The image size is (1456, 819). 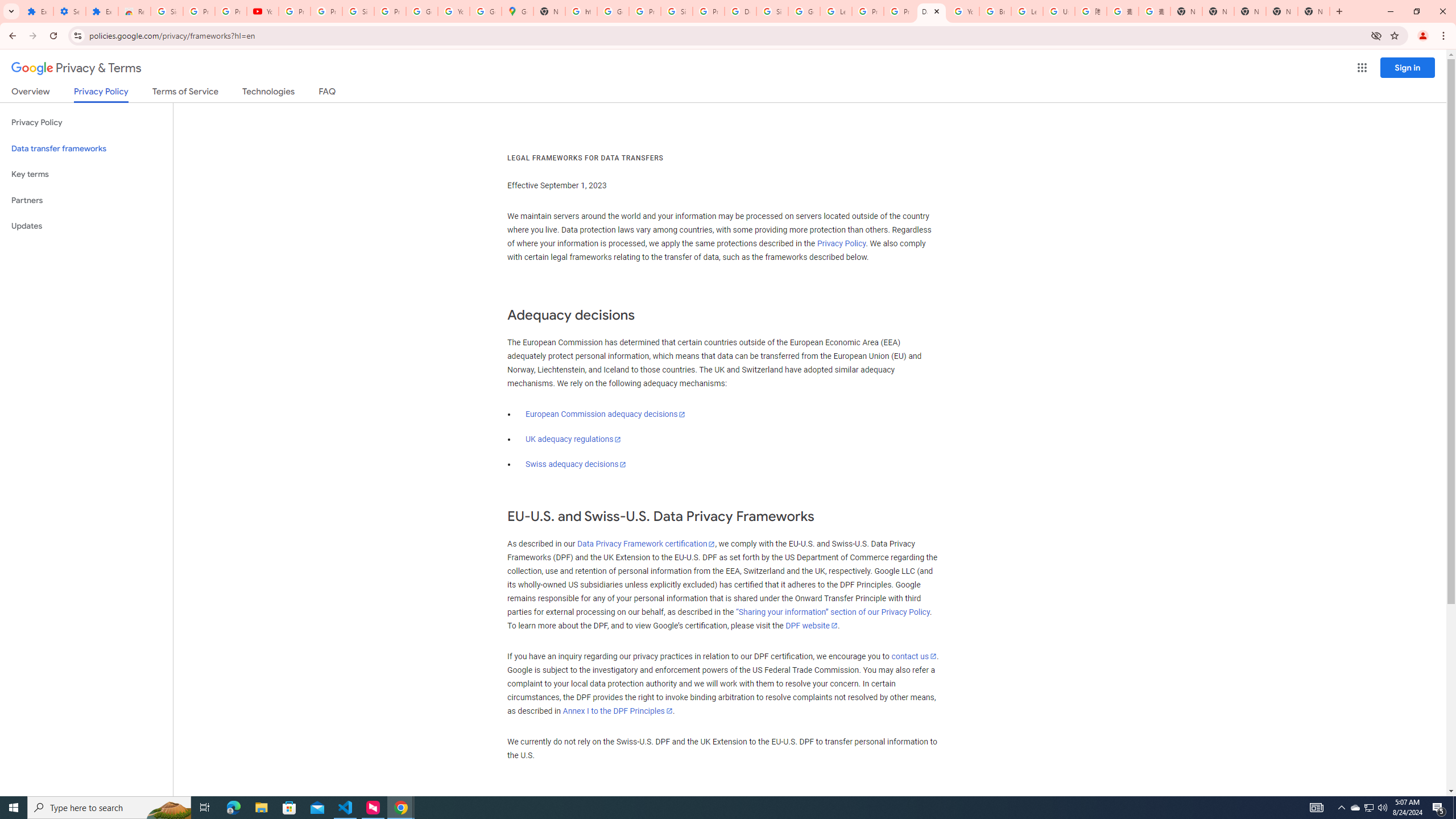 I want to click on 'Privacy Help Center - Policies Help', so click(x=899, y=11).